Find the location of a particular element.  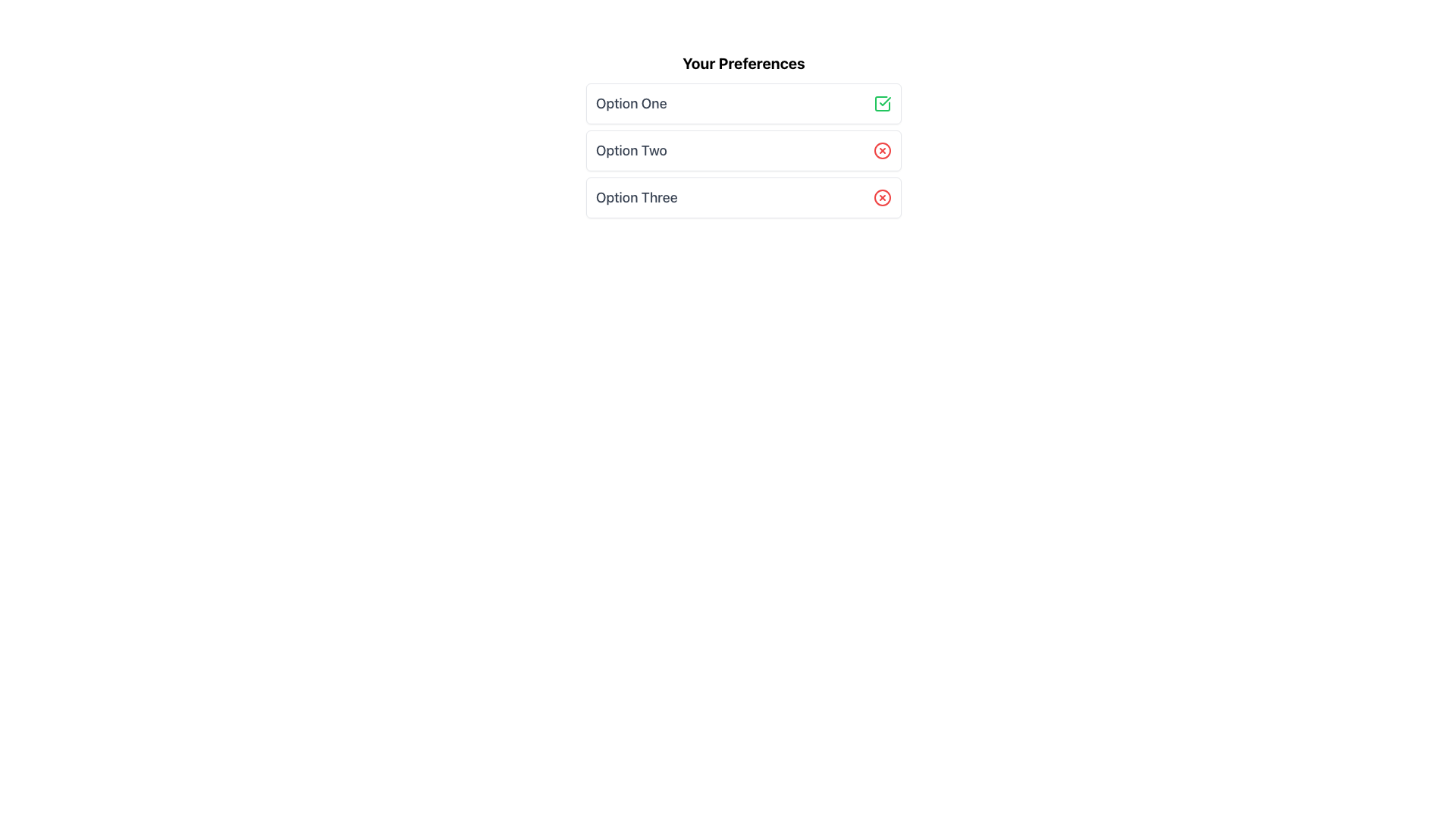

the green checkmark icon located to the right of the text 'Option One' in the list item is located at coordinates (882, 103).